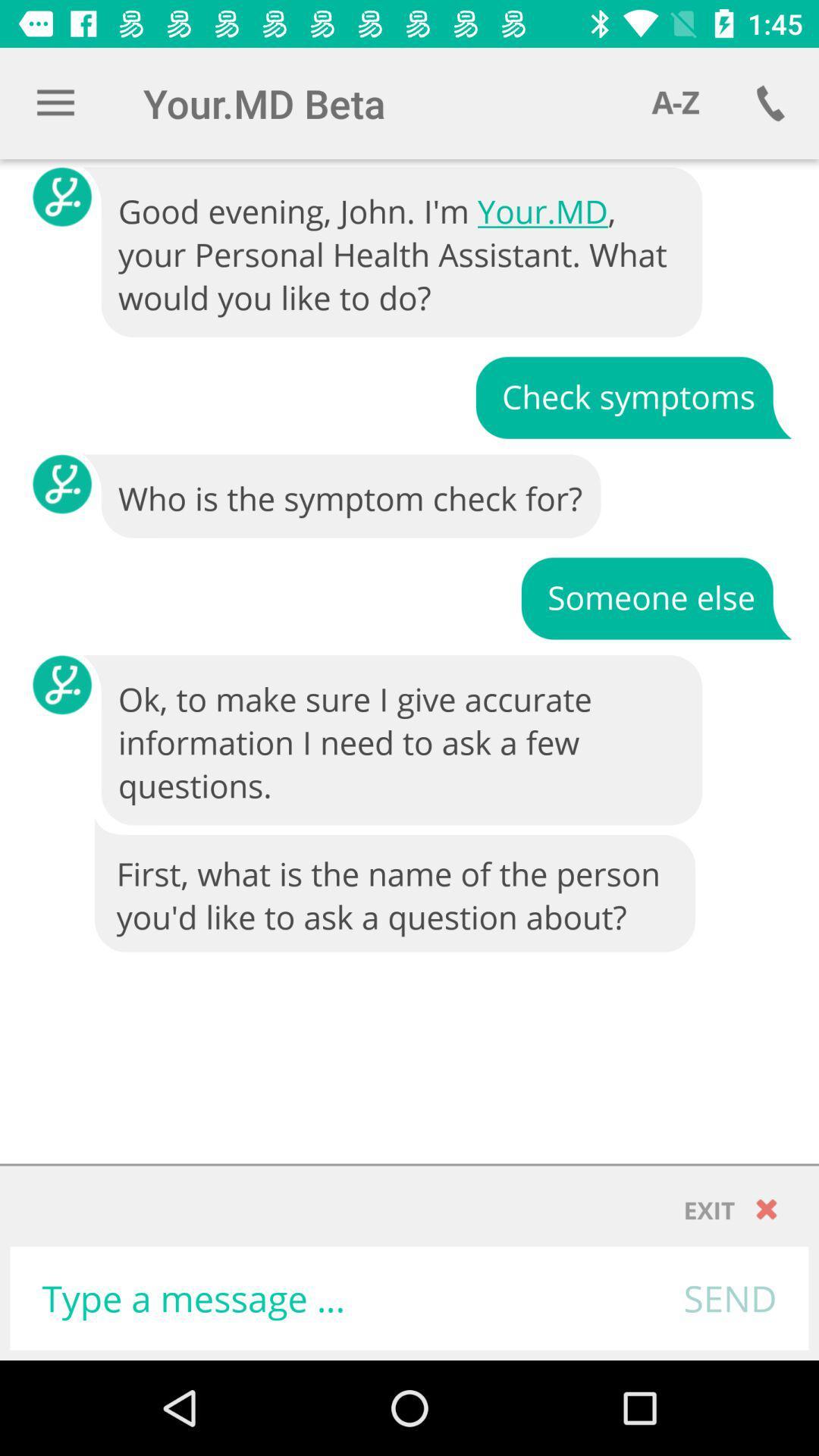 The width and height of the screenshot is (819, 1456). Describe the element at coordinates (730, 1298) in the screenshot. I see `send item` at that location.